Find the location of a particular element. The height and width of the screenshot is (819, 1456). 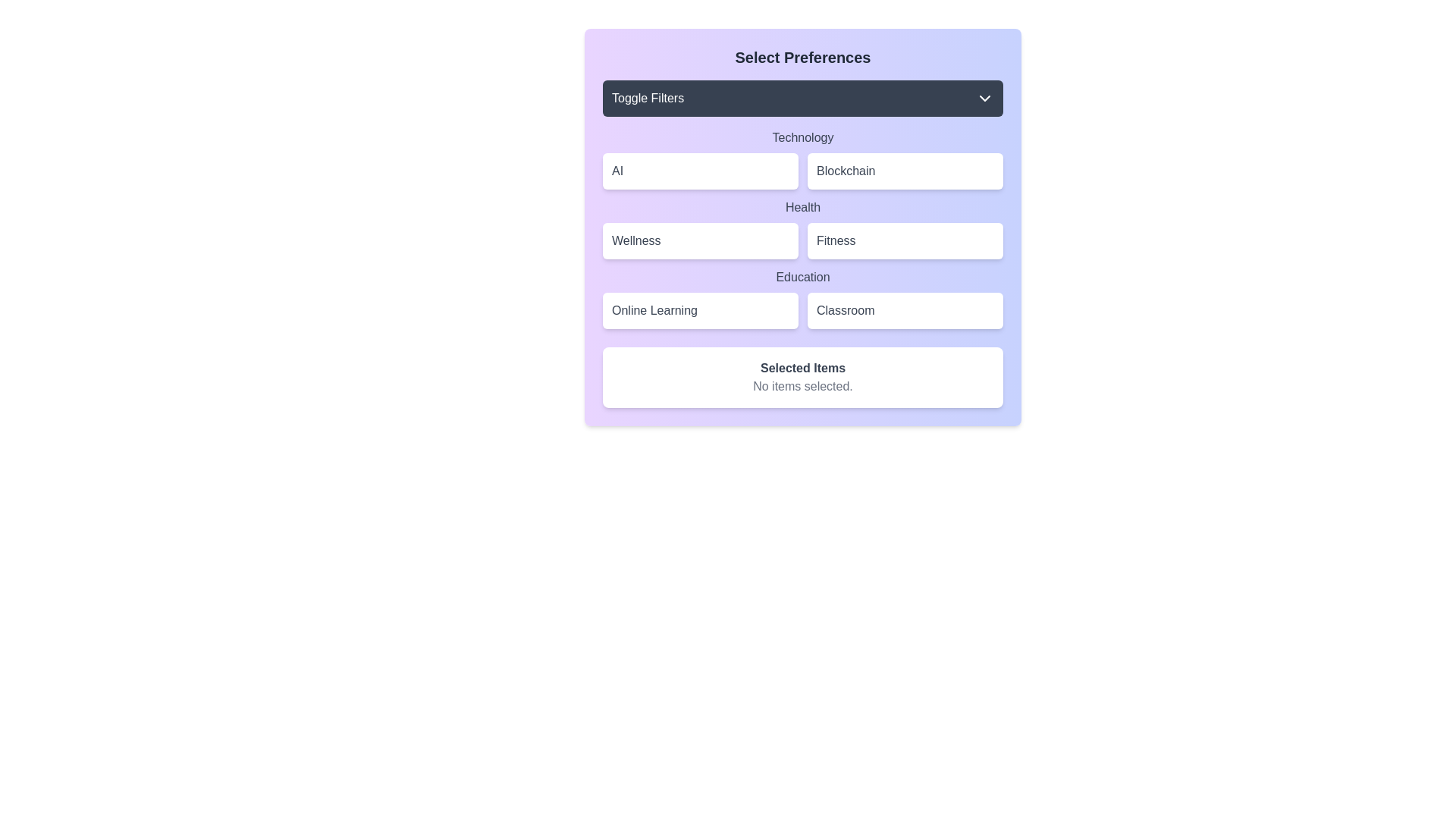

the static text label that serves as a heading for technology categories, located above the grid containing 'AI' and 'Blockchain' is located at coordinates (802, 137).